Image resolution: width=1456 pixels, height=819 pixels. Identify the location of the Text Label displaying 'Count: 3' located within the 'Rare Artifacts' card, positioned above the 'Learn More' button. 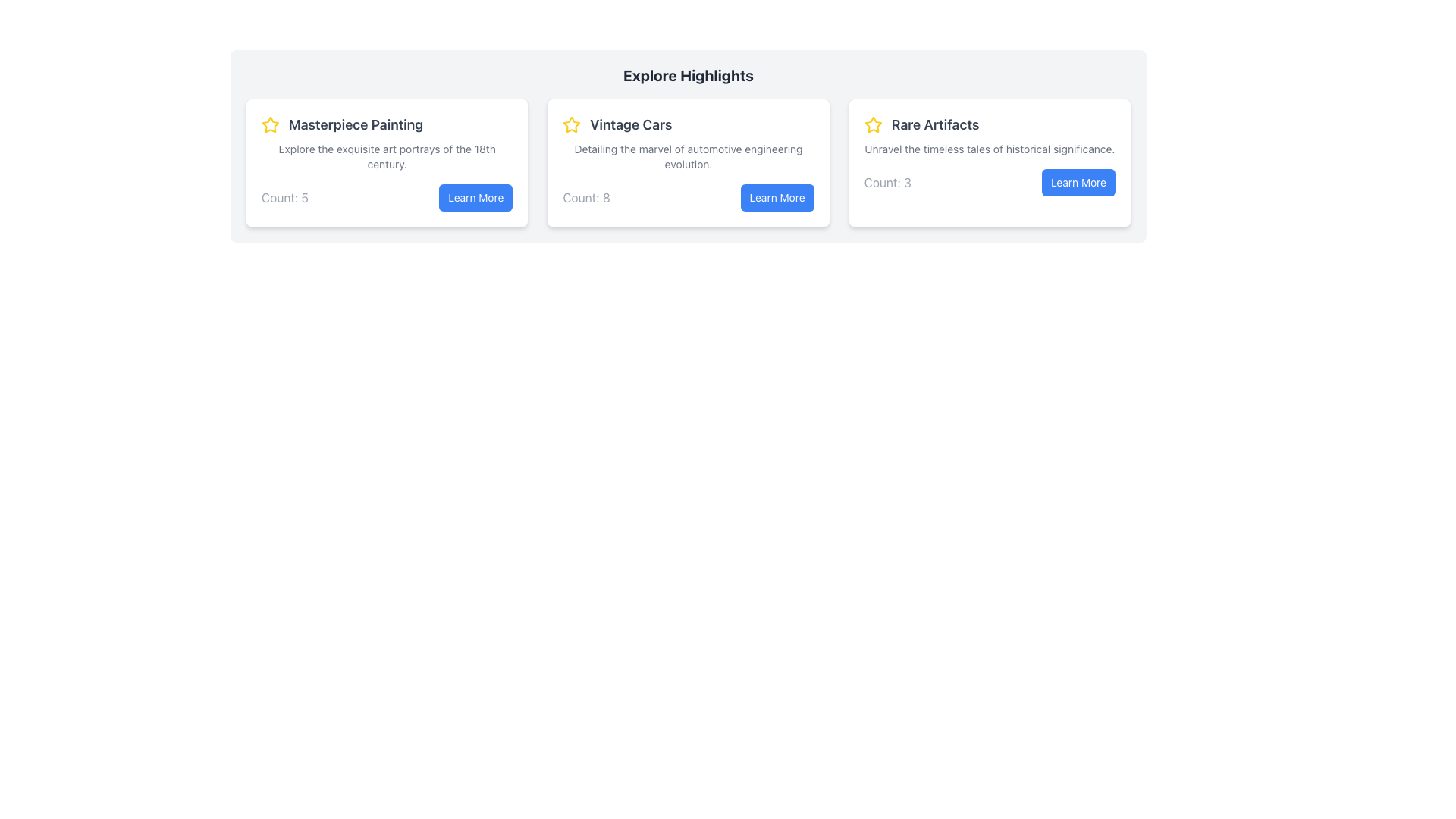
(887, 181).